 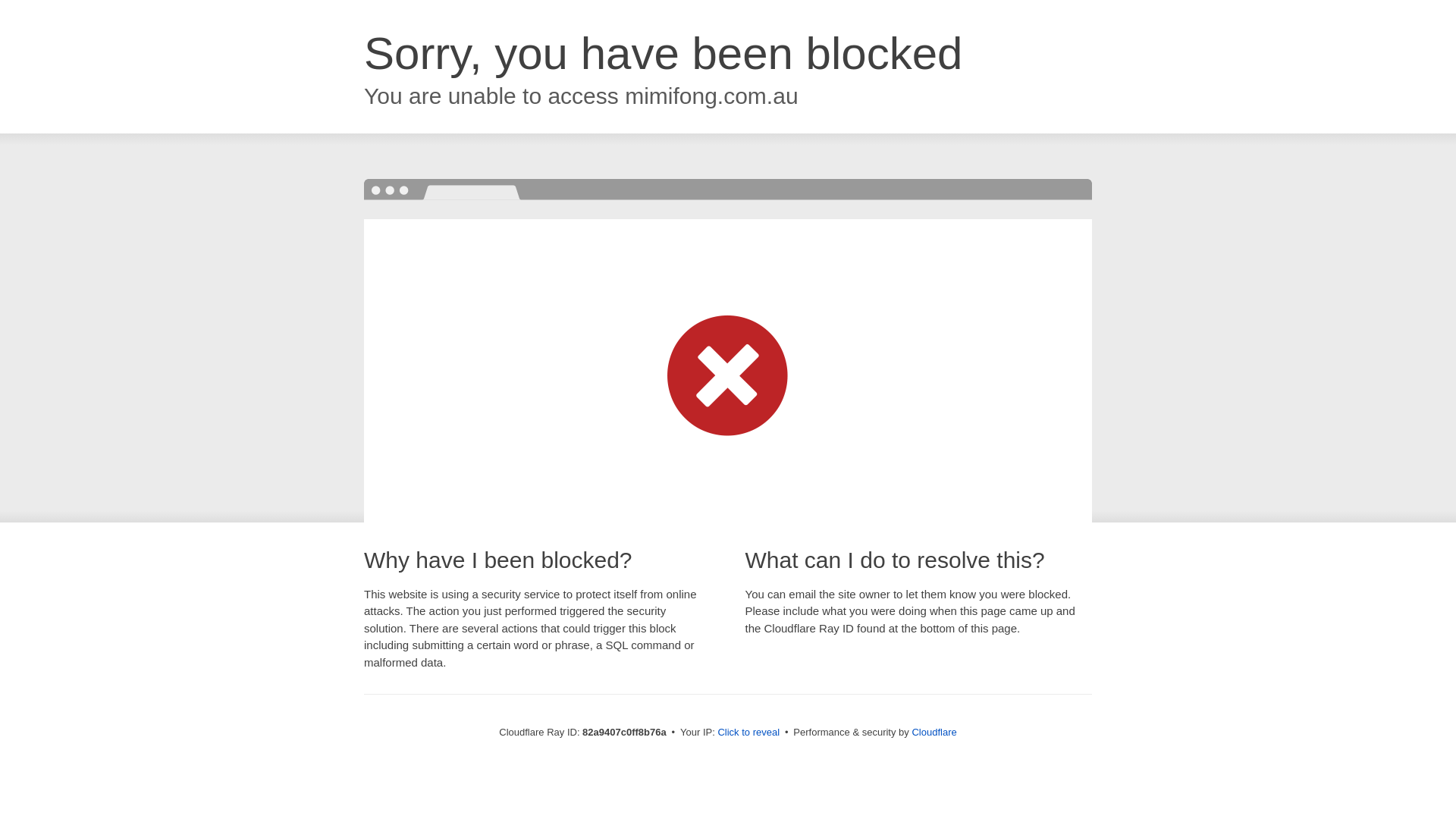 I want to click on 'Cloudflare', so click(x=910, y=731).